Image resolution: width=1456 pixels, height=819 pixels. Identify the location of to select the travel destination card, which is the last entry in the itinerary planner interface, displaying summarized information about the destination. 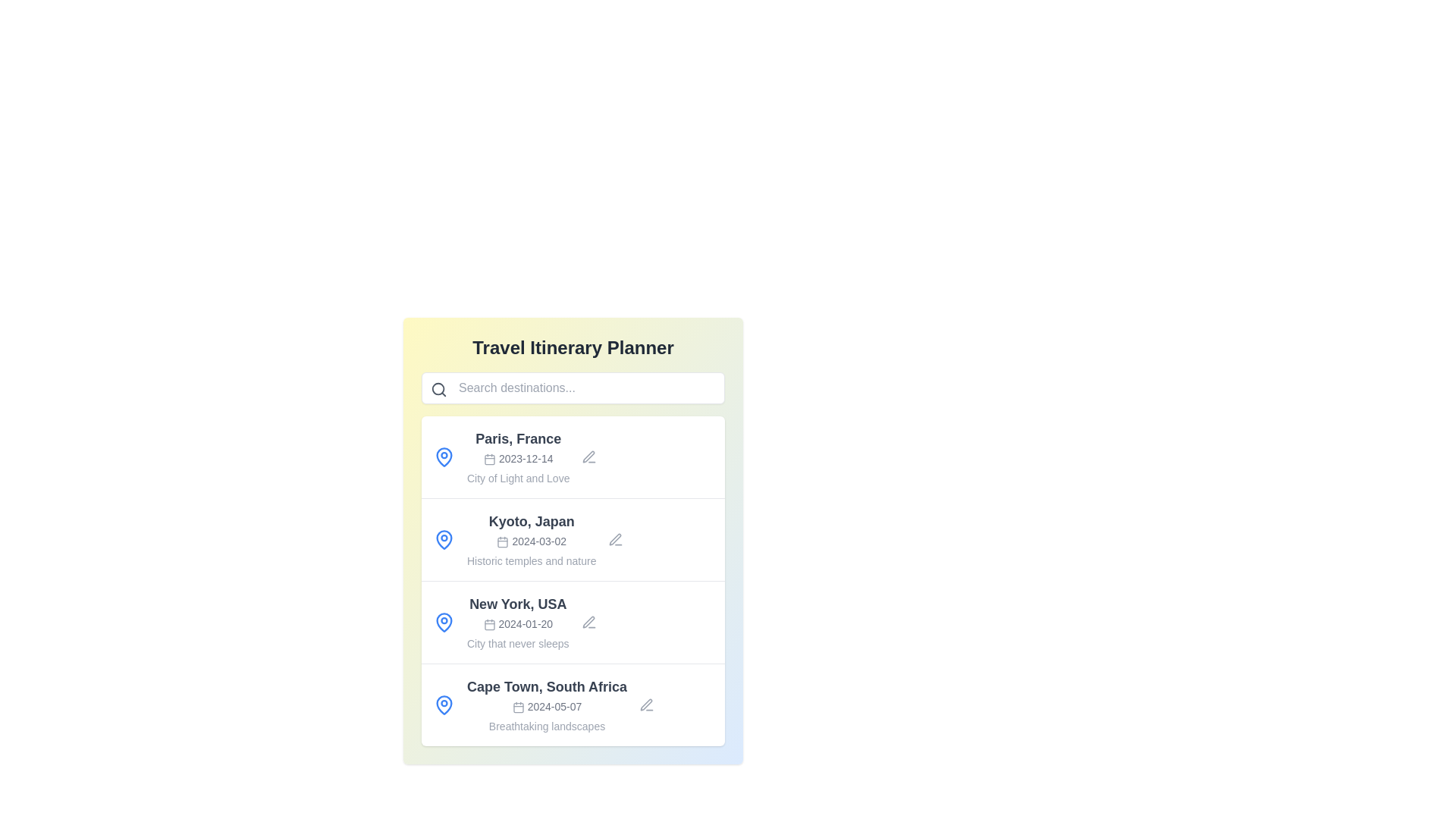
(572, 704).